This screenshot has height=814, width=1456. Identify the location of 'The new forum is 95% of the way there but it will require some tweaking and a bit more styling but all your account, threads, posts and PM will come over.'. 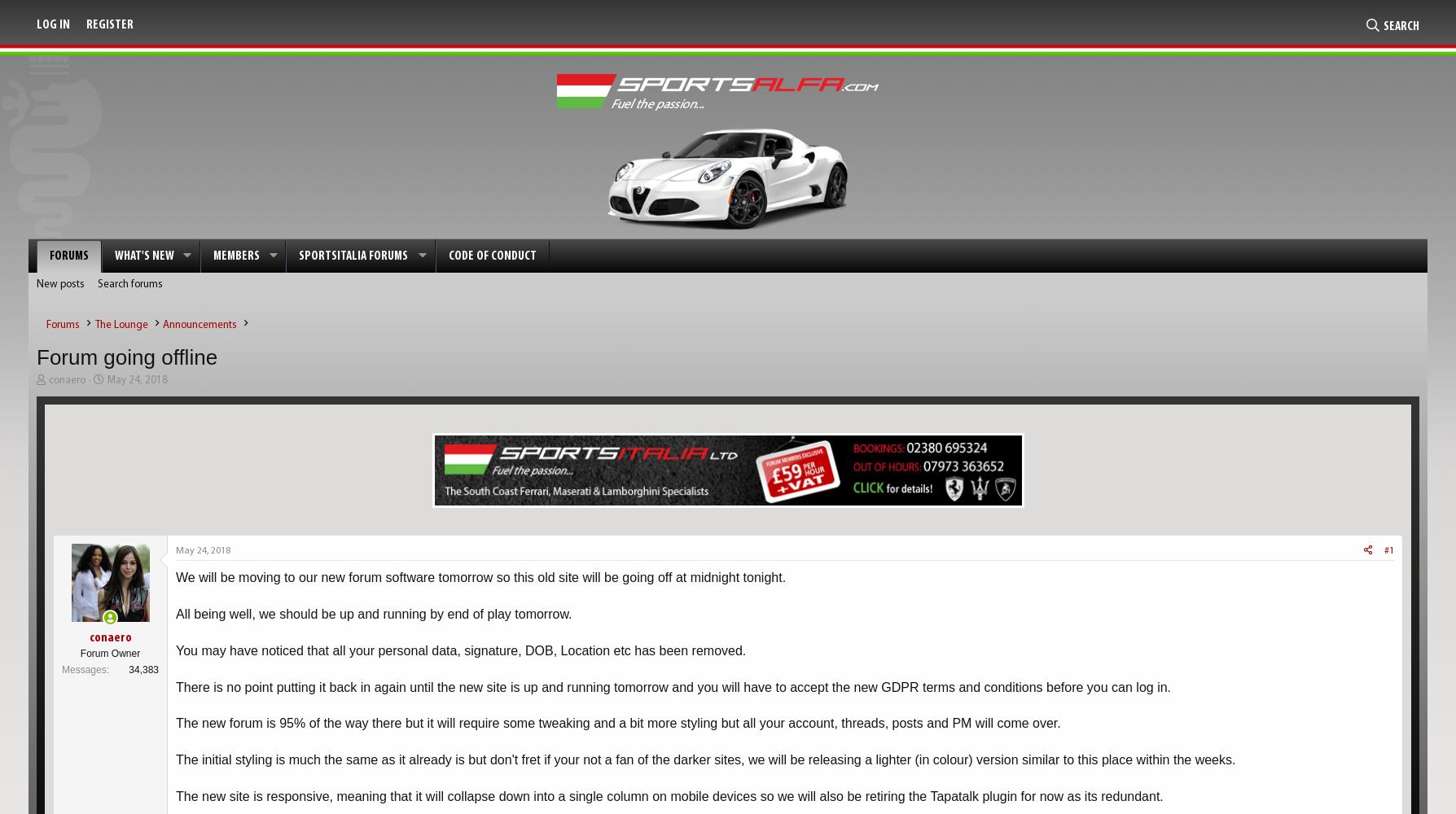
(617, 723).